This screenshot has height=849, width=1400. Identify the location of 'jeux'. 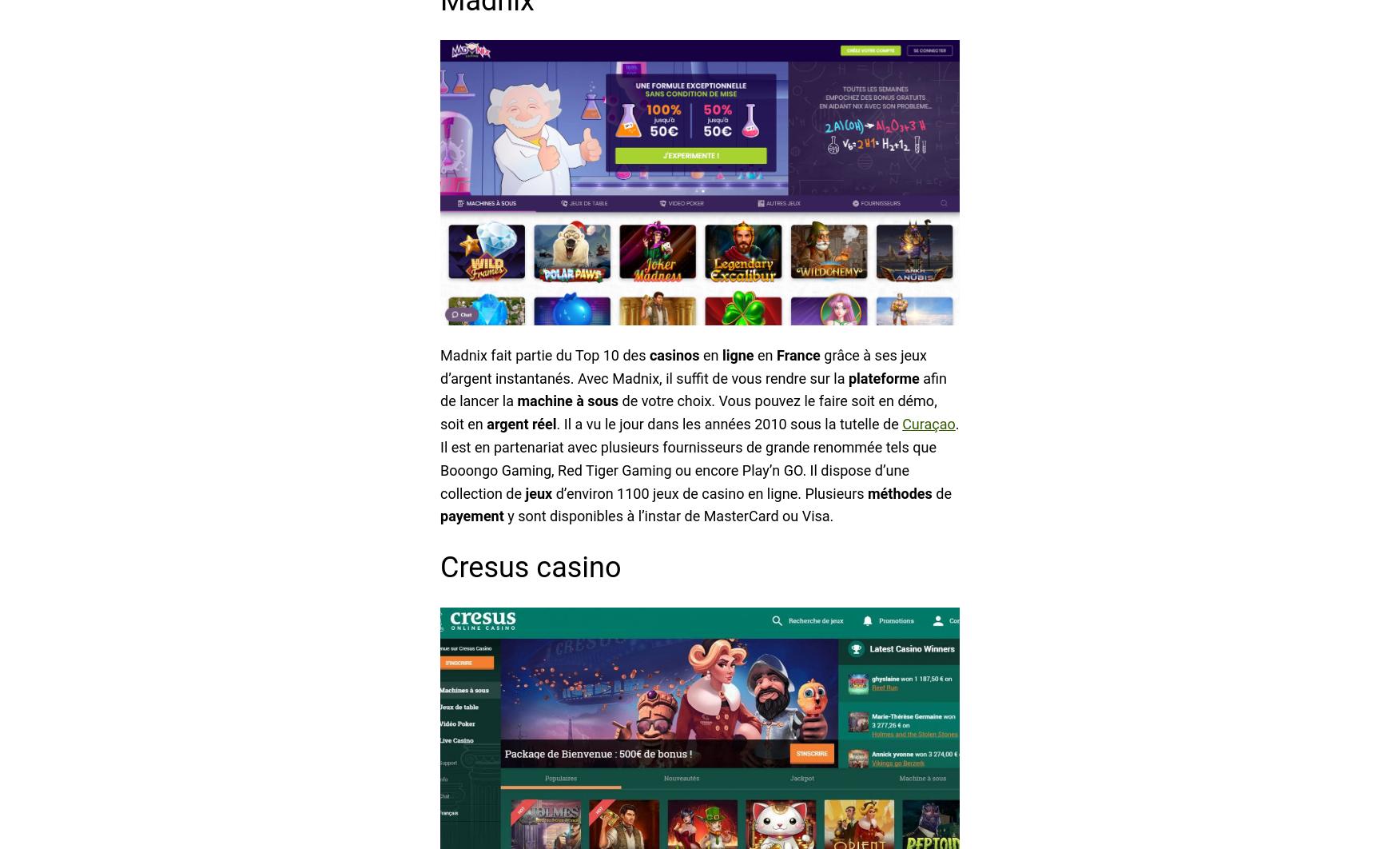
(525, 492).